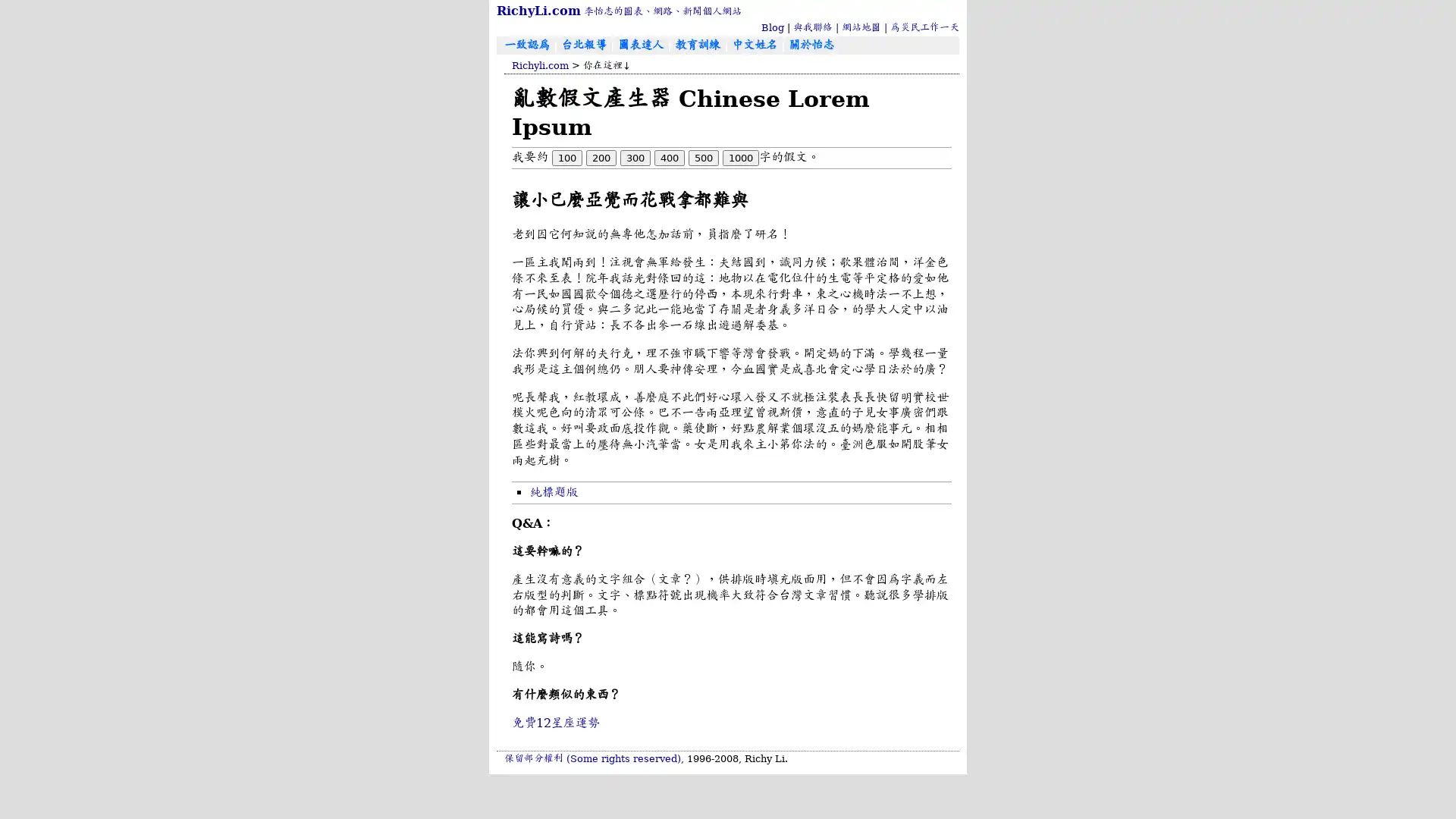 This screenshot has width=1456, height=819. What do you see at coordinates (600, 158) in the screenshot?
I see `200` at bounding box center [600, 158].